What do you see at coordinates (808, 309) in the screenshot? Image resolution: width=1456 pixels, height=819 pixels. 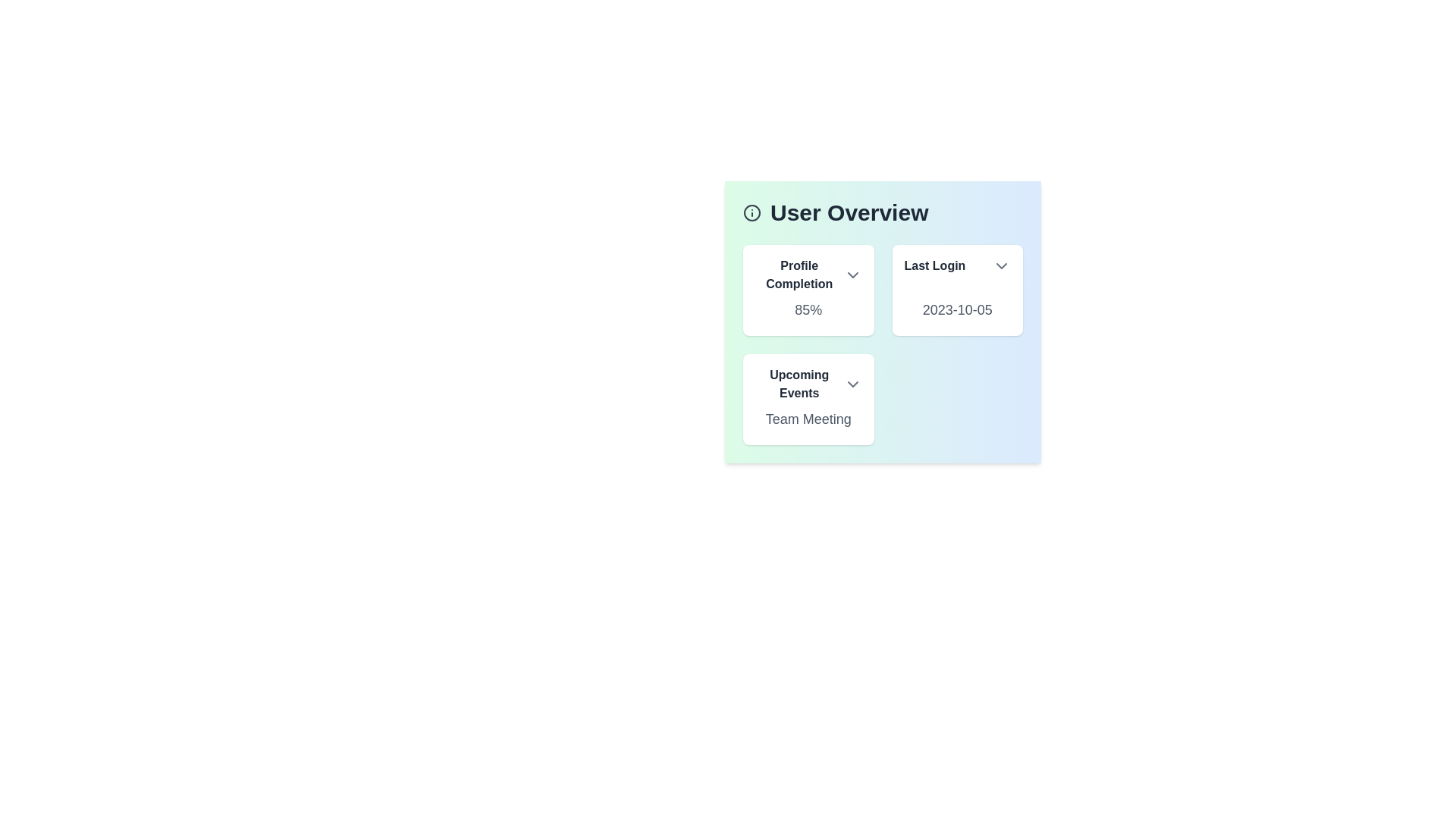 I see `the Text label that indicates the user's profile completion percentage, located in the 'Profile Completion' section of the 'User Overview' module` at bounding box center [808, 309].